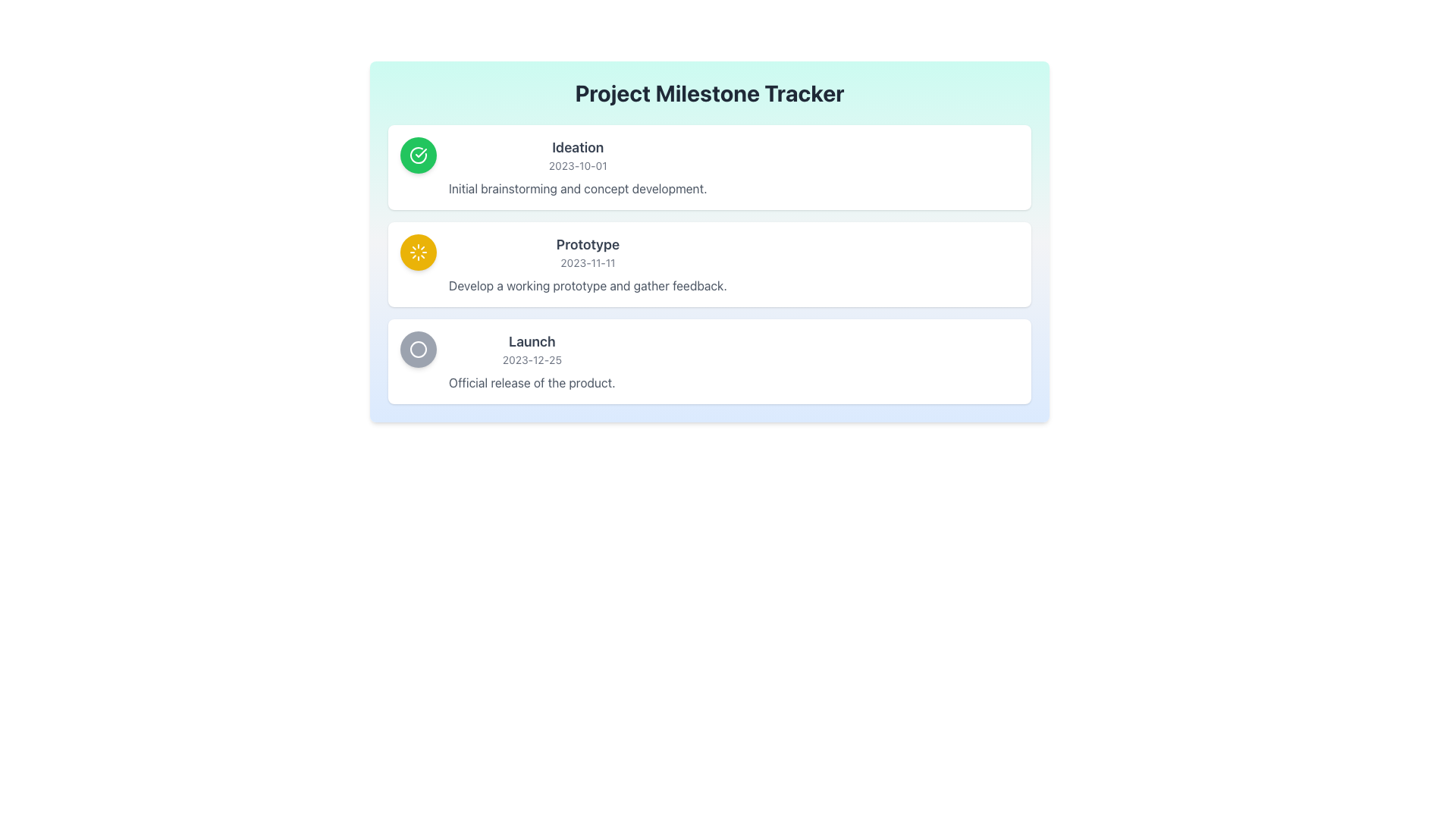 The image size is (1456, 819). What do you see at coordinates (577, 167) in the screenshot?
I see `the milestone descriptor text block located in the first card of the vertical list of milestones, which is positioned to the right of a green circular icon` at bounding box center [577, 167].